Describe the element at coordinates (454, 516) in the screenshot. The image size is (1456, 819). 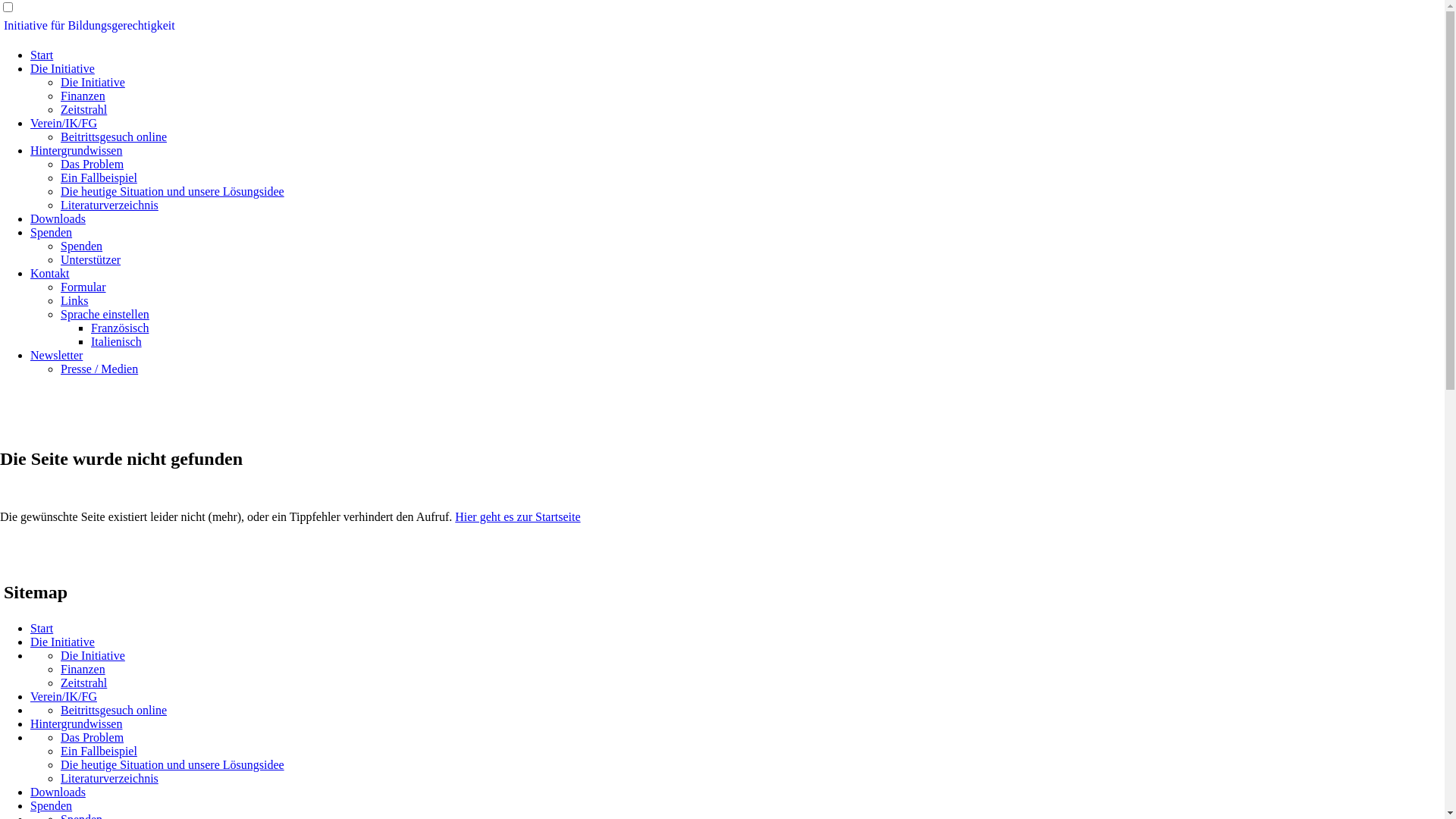
I see `'Hier geht es zur Startseite'` at that location.